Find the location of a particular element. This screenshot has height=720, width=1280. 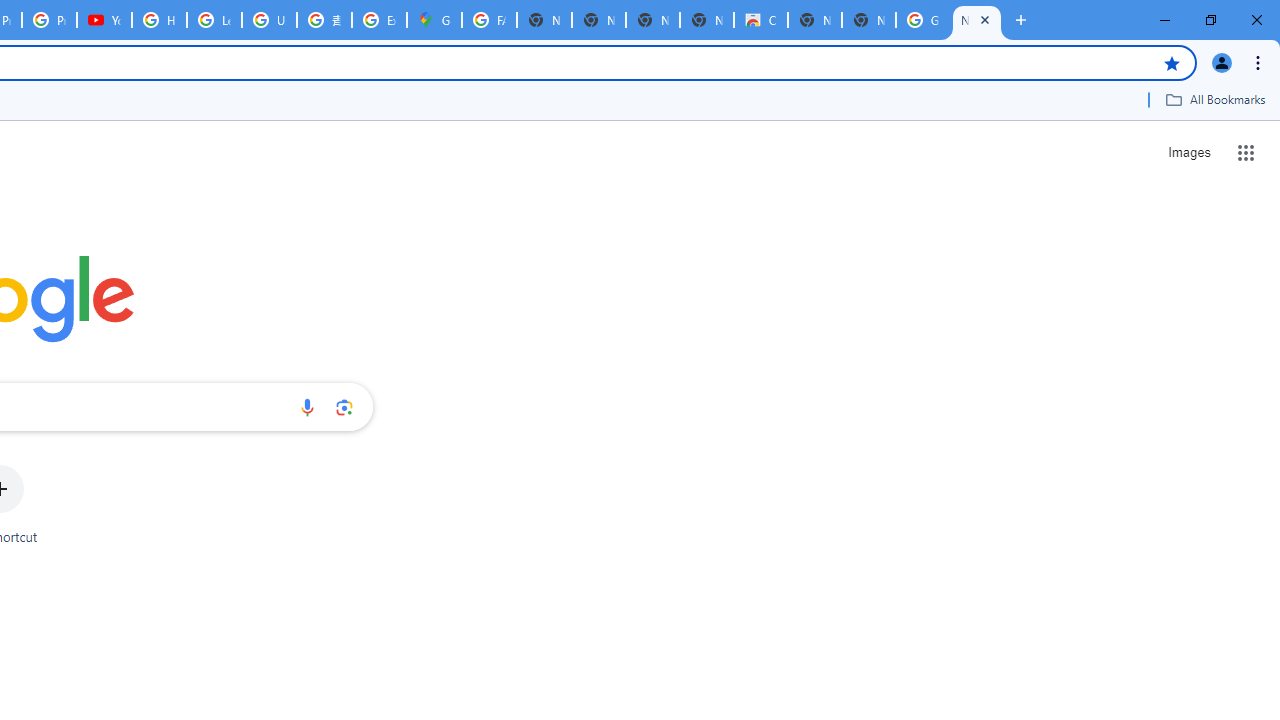

'Explore new street-level details - Google Maps Help' is located at coordinates (379, 20).